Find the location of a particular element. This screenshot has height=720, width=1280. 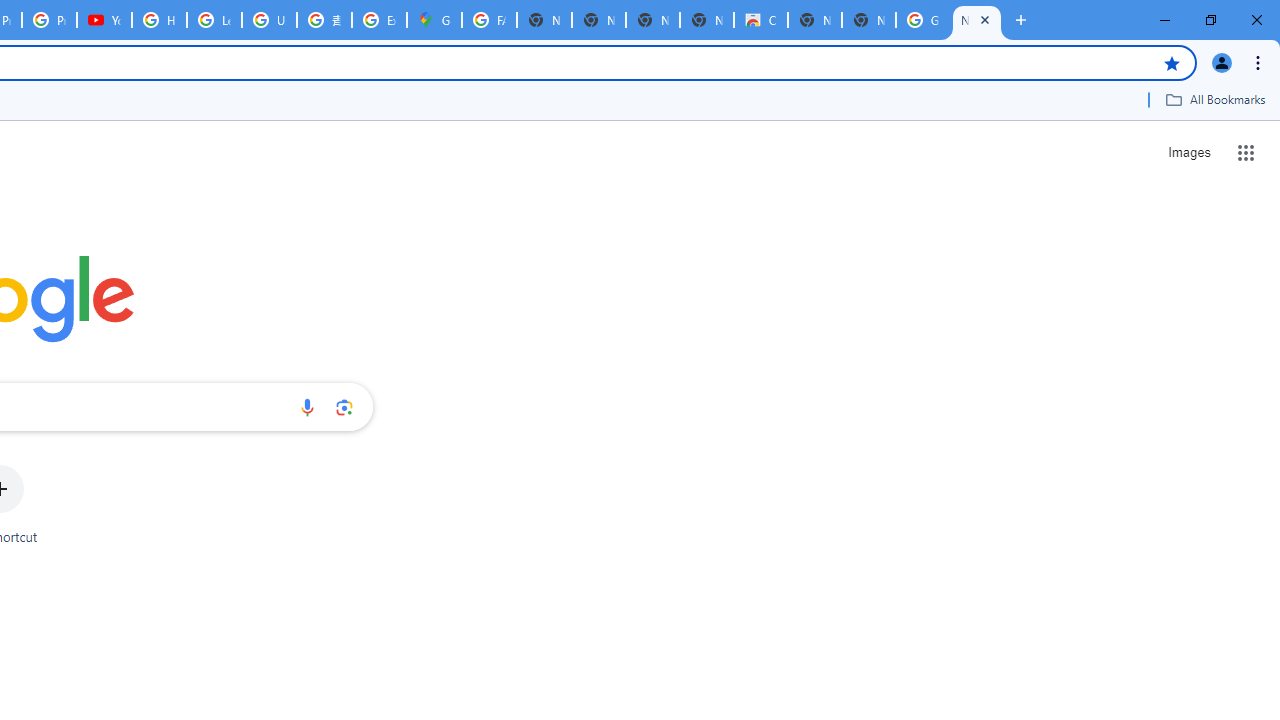

'Explore new street-level details - Google Maps Help' is located at coordinates (379, 20).